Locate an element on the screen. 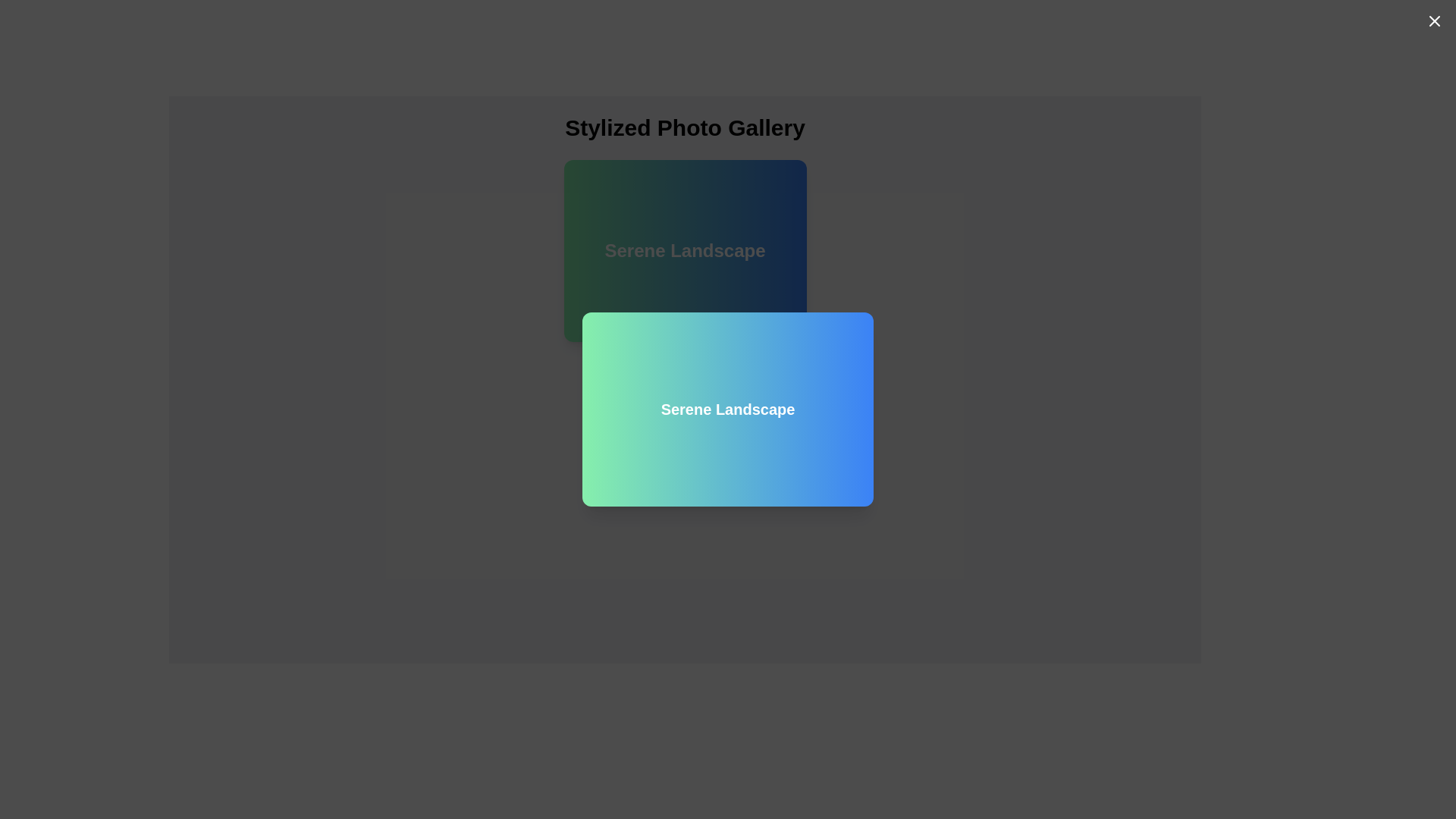 The width and height of the screenshot is (1456, 819). 'Serene Landscape' text label, which is displayed in a large, semibold white font on a gradient background, for accessibility features is located at coordinates (684, 250).